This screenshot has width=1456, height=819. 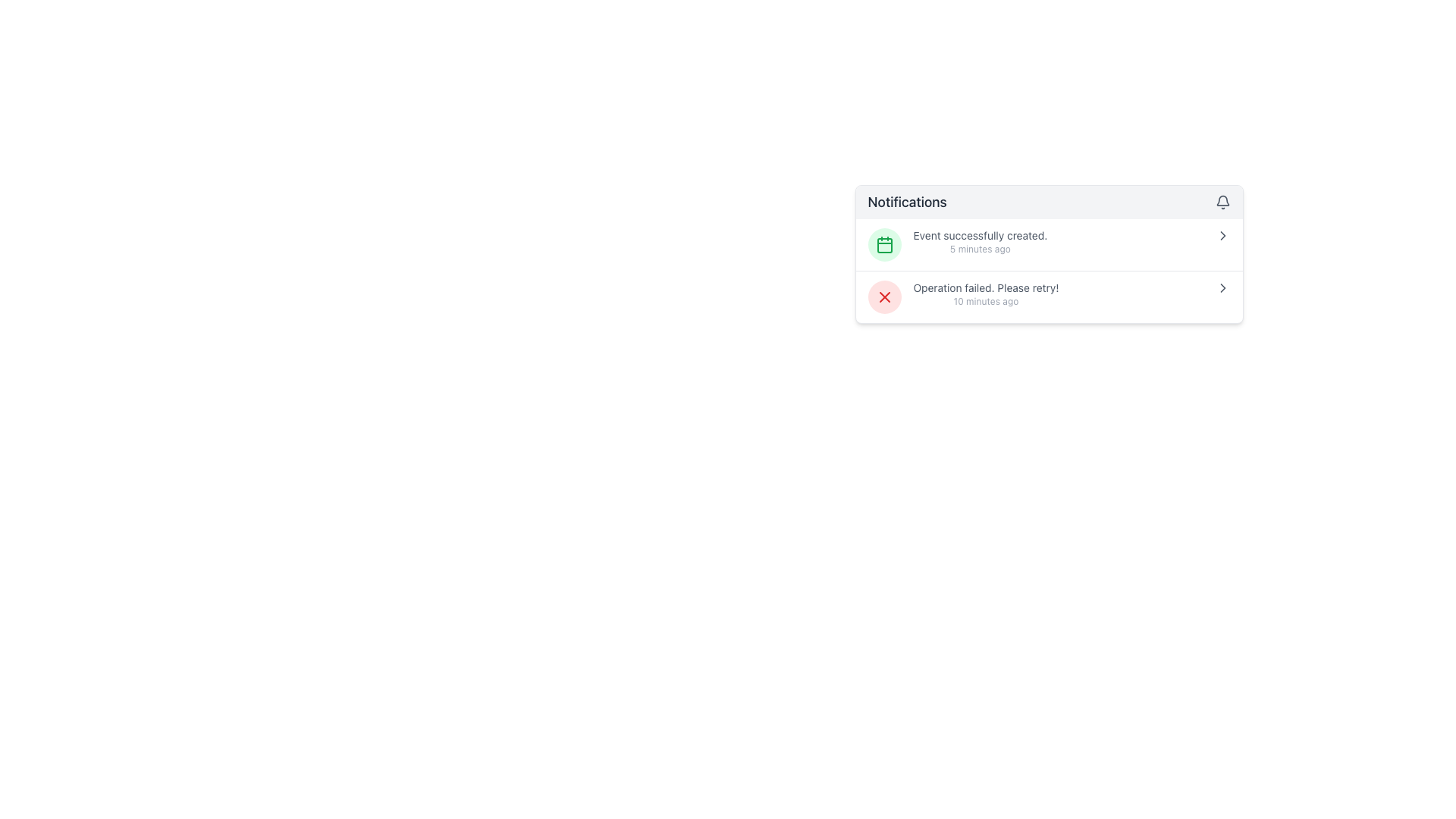 What do you see at coordinates (980, 241) in the screenshot?
I see `the multiline text element displaying 'Event successfully created.' with the timestamp '5 minutes ago' underneath, located in the notification list` at bounding box center [980, 241].